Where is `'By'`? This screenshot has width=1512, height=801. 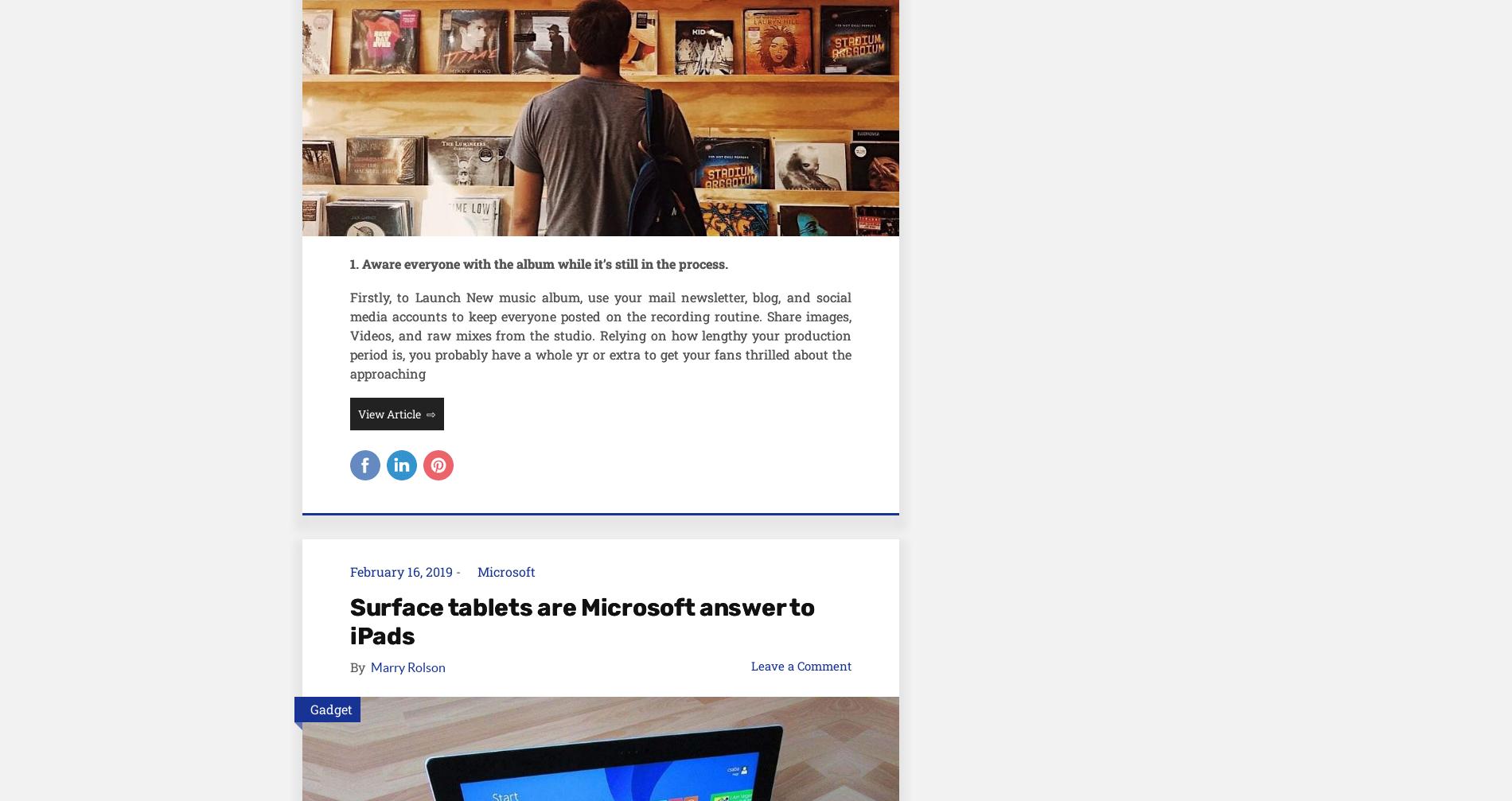
'By' is located at coordinates (358, 665).